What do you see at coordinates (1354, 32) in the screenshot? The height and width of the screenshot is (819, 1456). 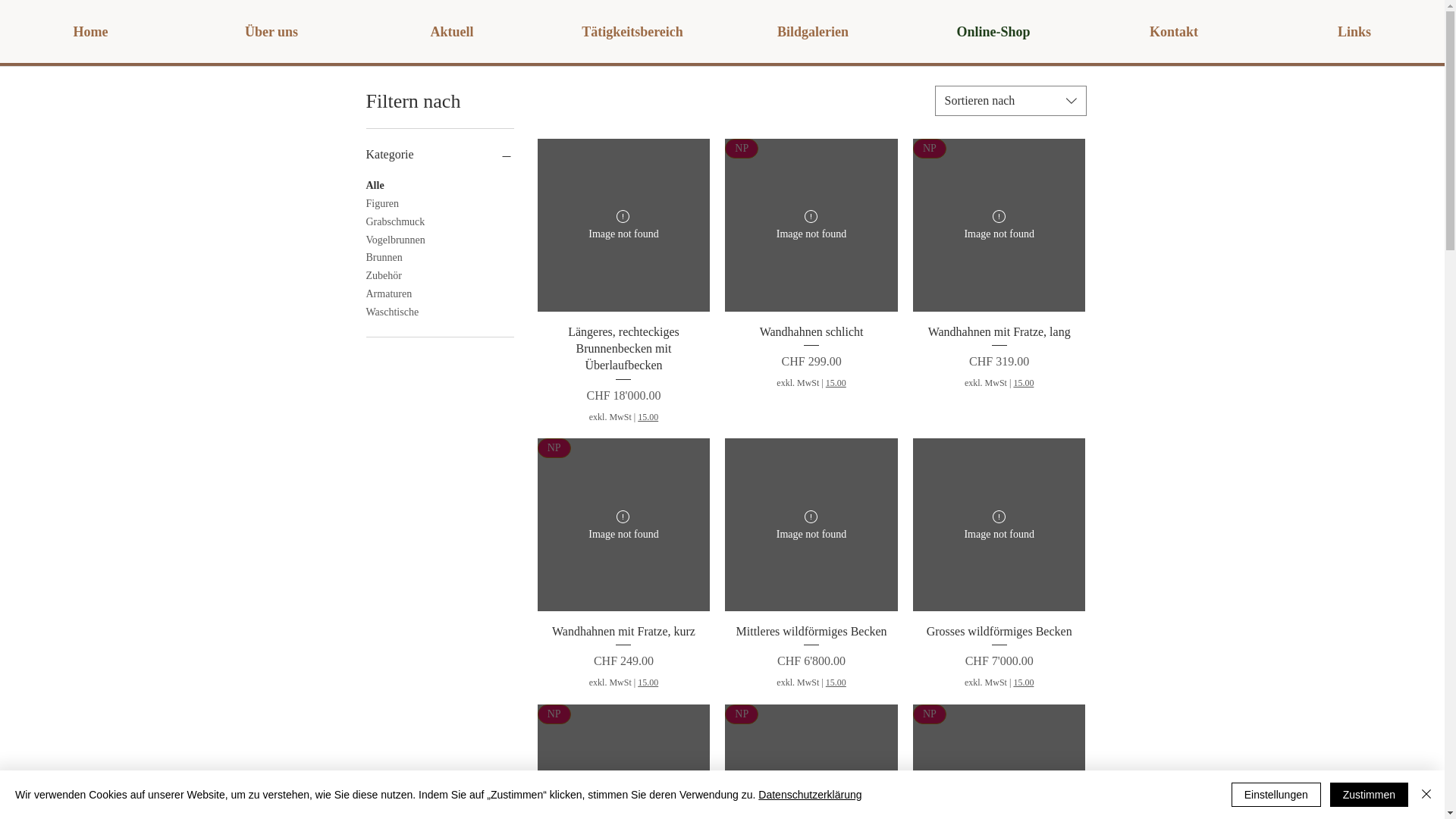 I see `'Links'` at bounding box center [1354, 32].